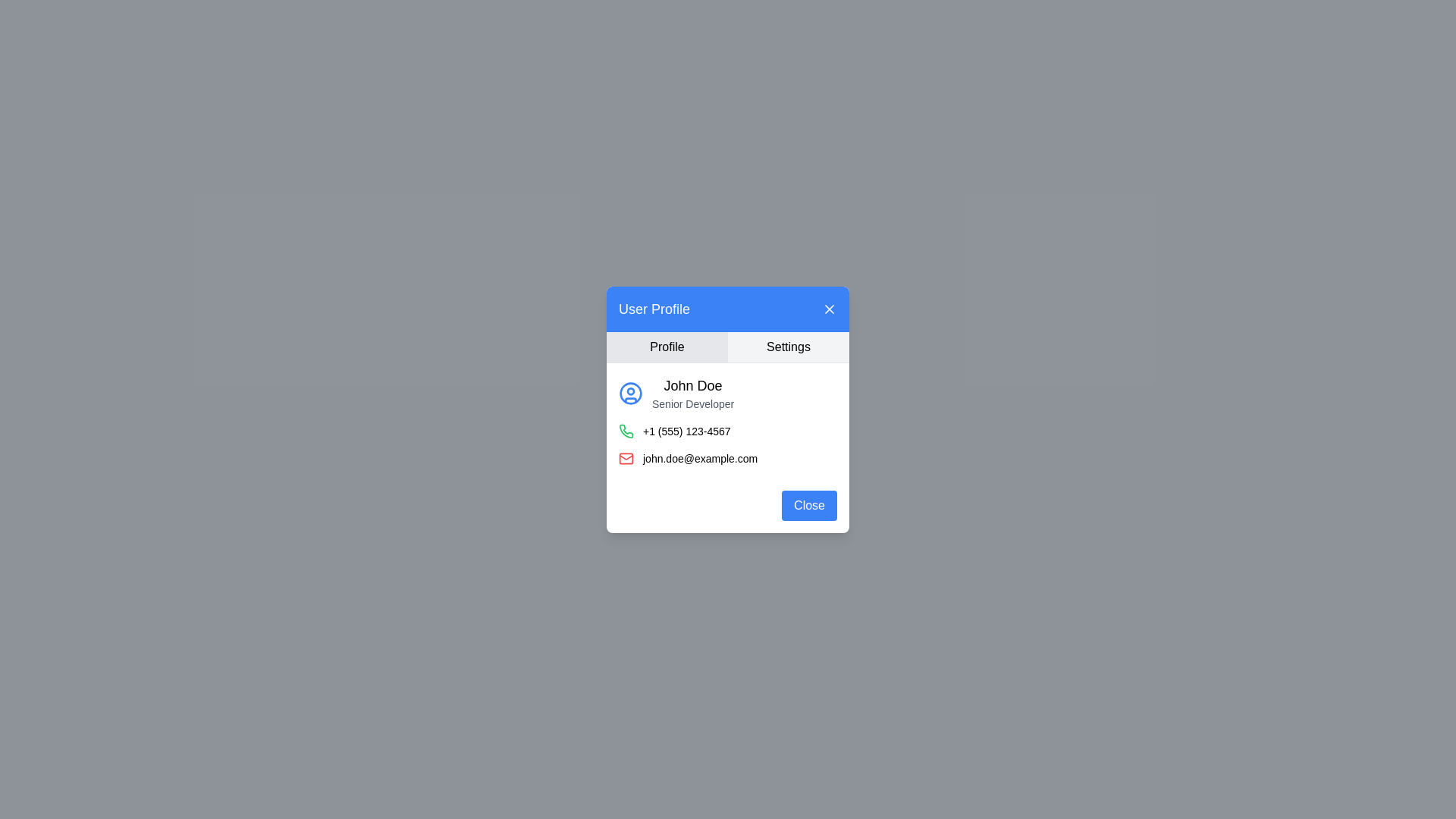 The width and height of the screenshot is (1456, 819). Describe the element at coordinates (829, 308) in the screenshot. I see `the cross icon located at the top-right of the blue header` at that location.